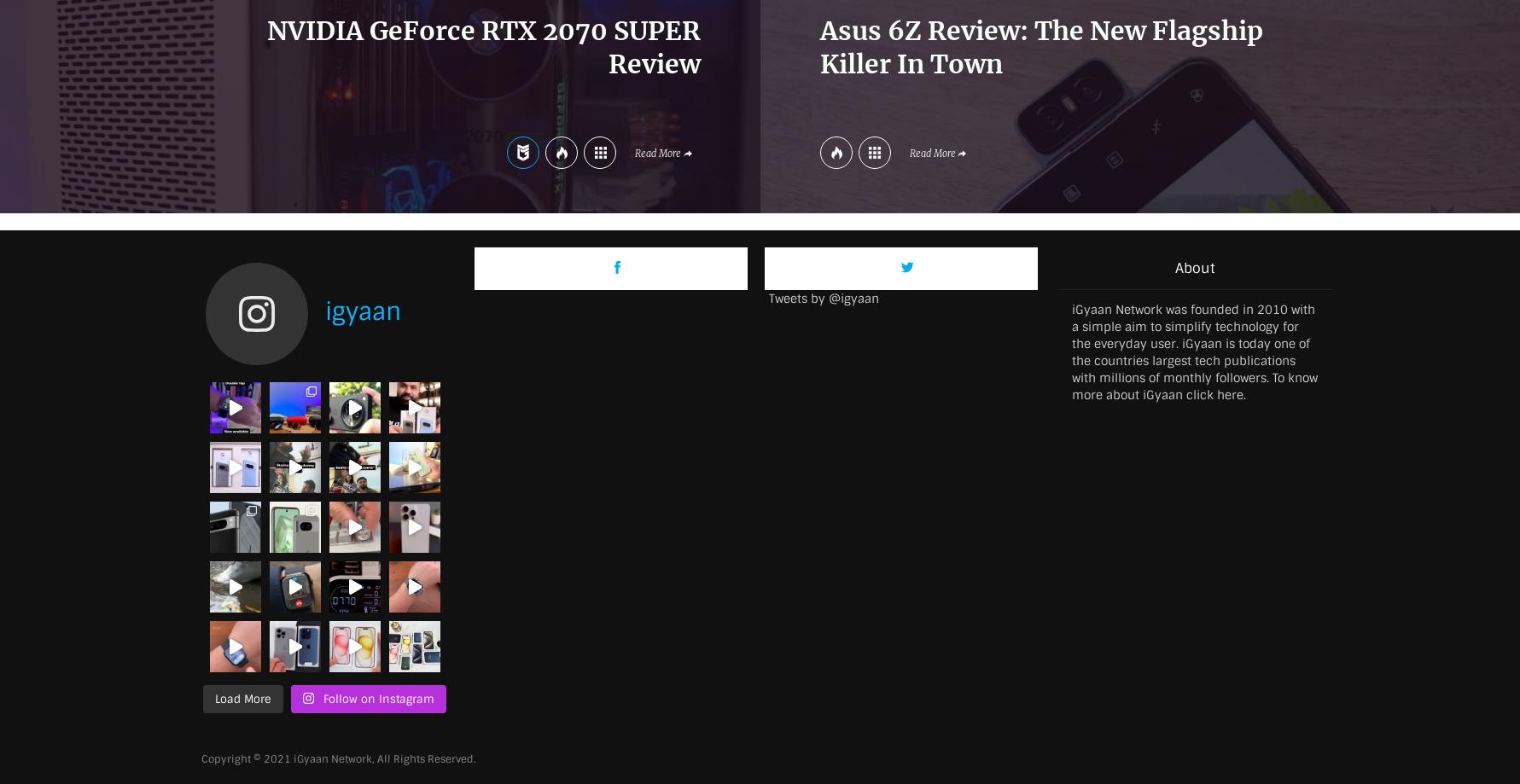  What do you see at coordinates (337, 758) in the screenshot?
I see `'Copyright © 2021 iGyaan Network, All Rights Reserved.'` at bounding box center [337, 758].